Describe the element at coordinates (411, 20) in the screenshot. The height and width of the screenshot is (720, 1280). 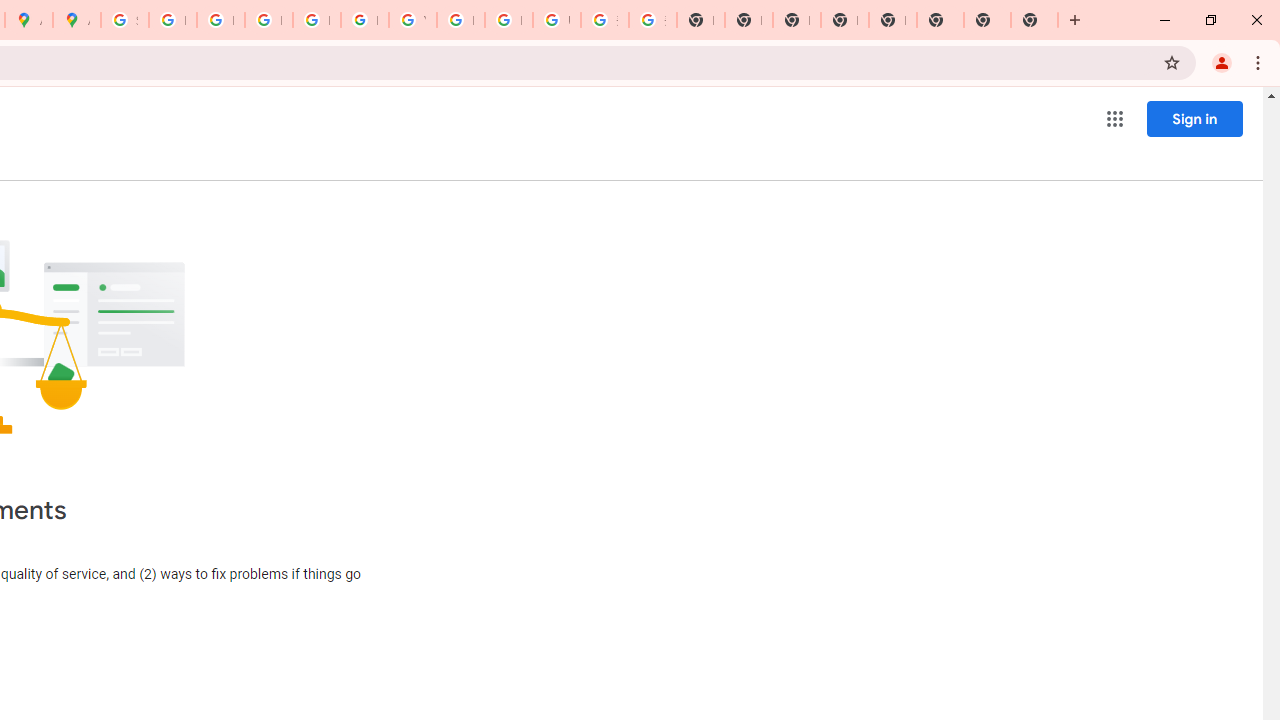
I see `'YouTube'` at that location.